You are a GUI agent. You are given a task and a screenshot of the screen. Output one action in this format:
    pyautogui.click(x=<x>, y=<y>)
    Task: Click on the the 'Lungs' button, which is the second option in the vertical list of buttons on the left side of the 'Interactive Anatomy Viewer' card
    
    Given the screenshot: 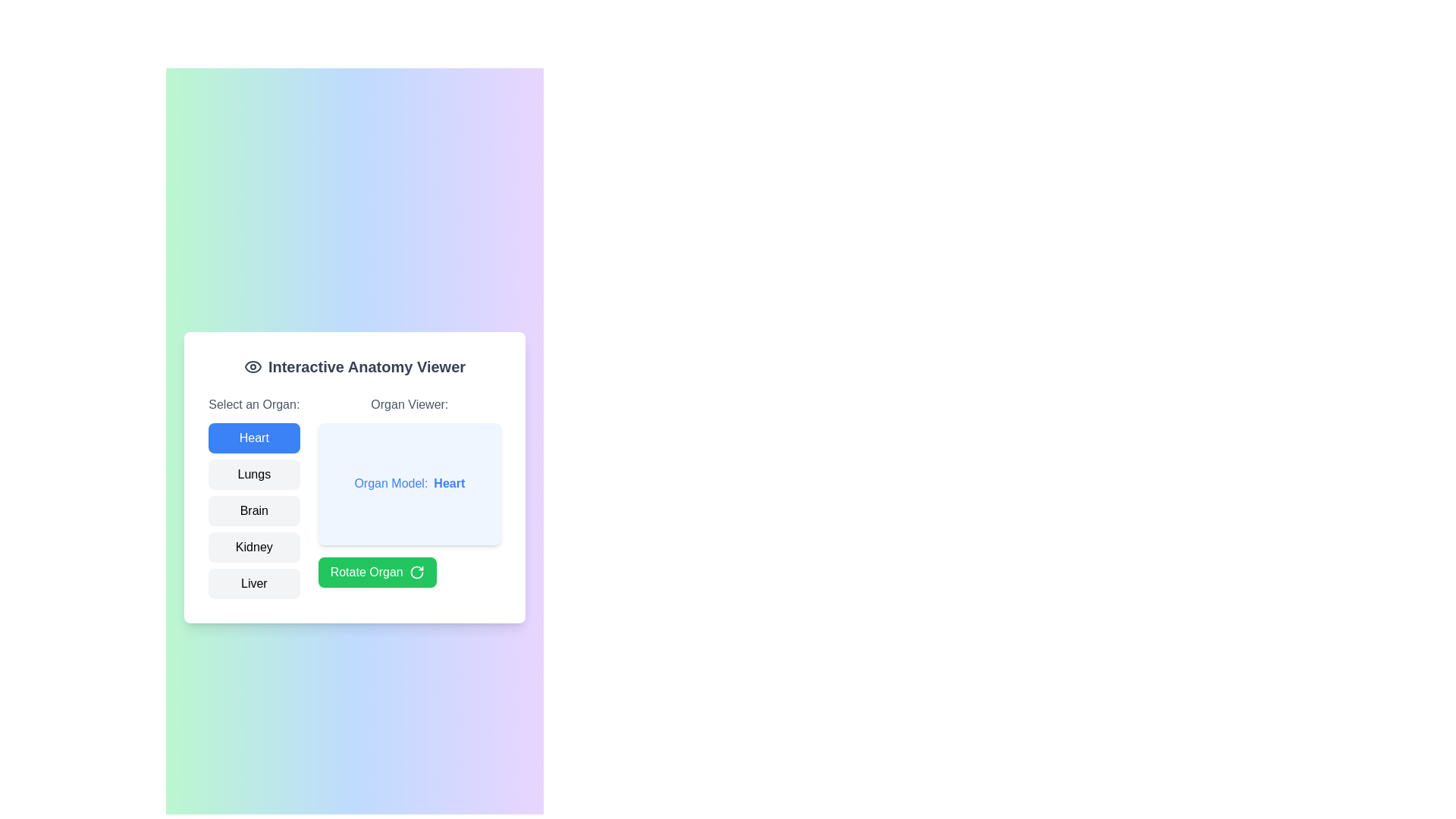 What is the action you would take?
    pyautogui.click(x=254, y=473)
    